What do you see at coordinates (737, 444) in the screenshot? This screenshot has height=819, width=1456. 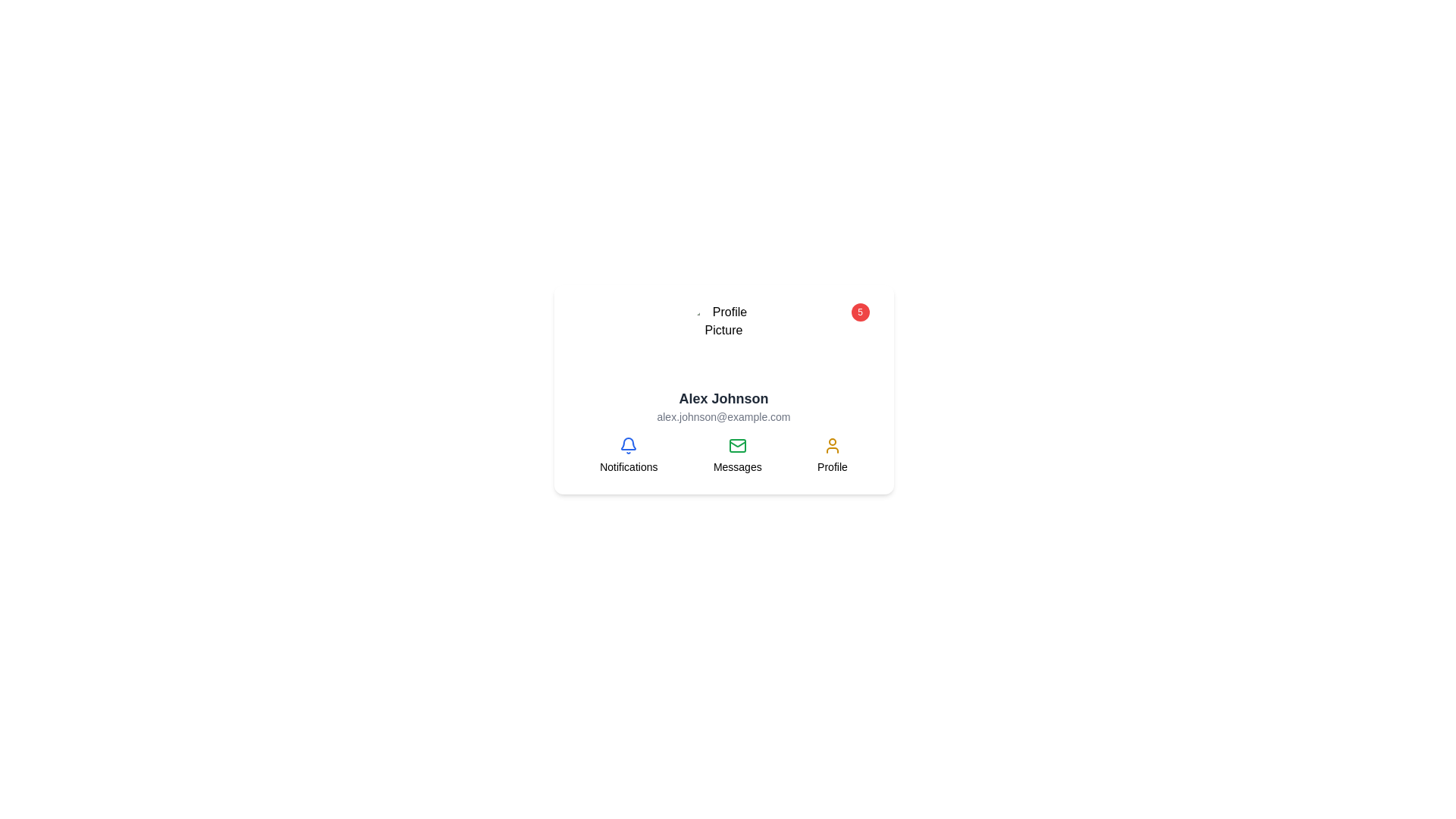 I see `the green-colored mail icon, which is located above the 'Messages' text` at bounding box center [737, 444].